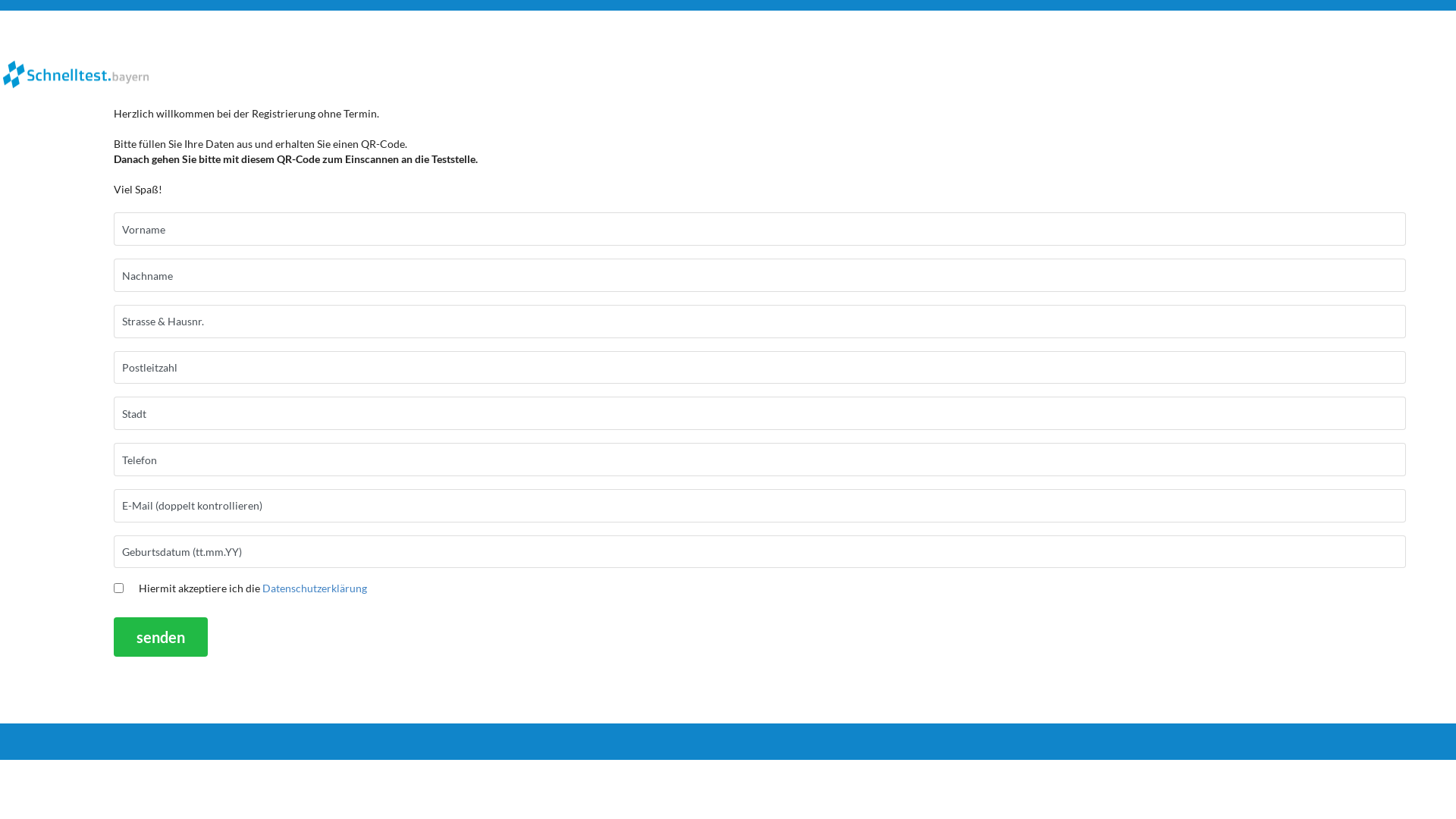  Describe the element at coordinates (160, 636) in the screenshot. I see `'senden'` at that location.